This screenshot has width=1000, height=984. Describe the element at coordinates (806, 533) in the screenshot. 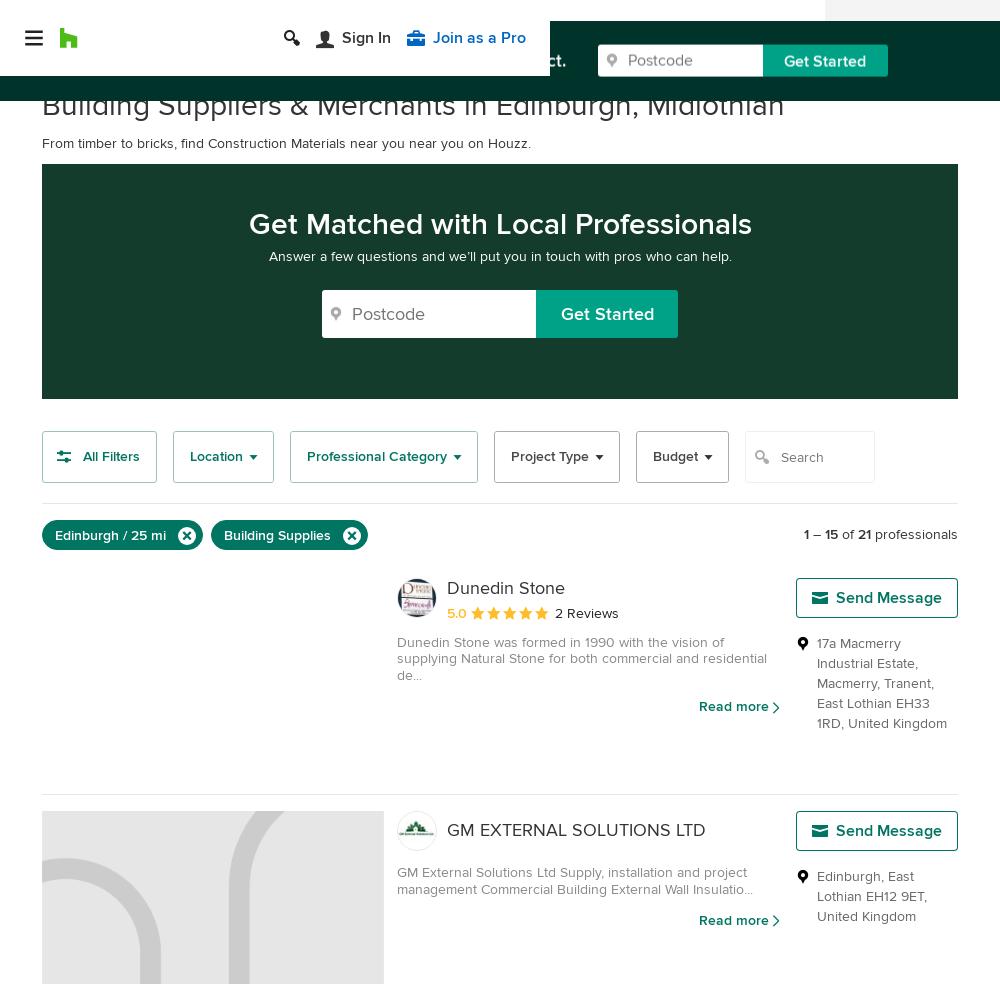

I see `'1'` at that location.